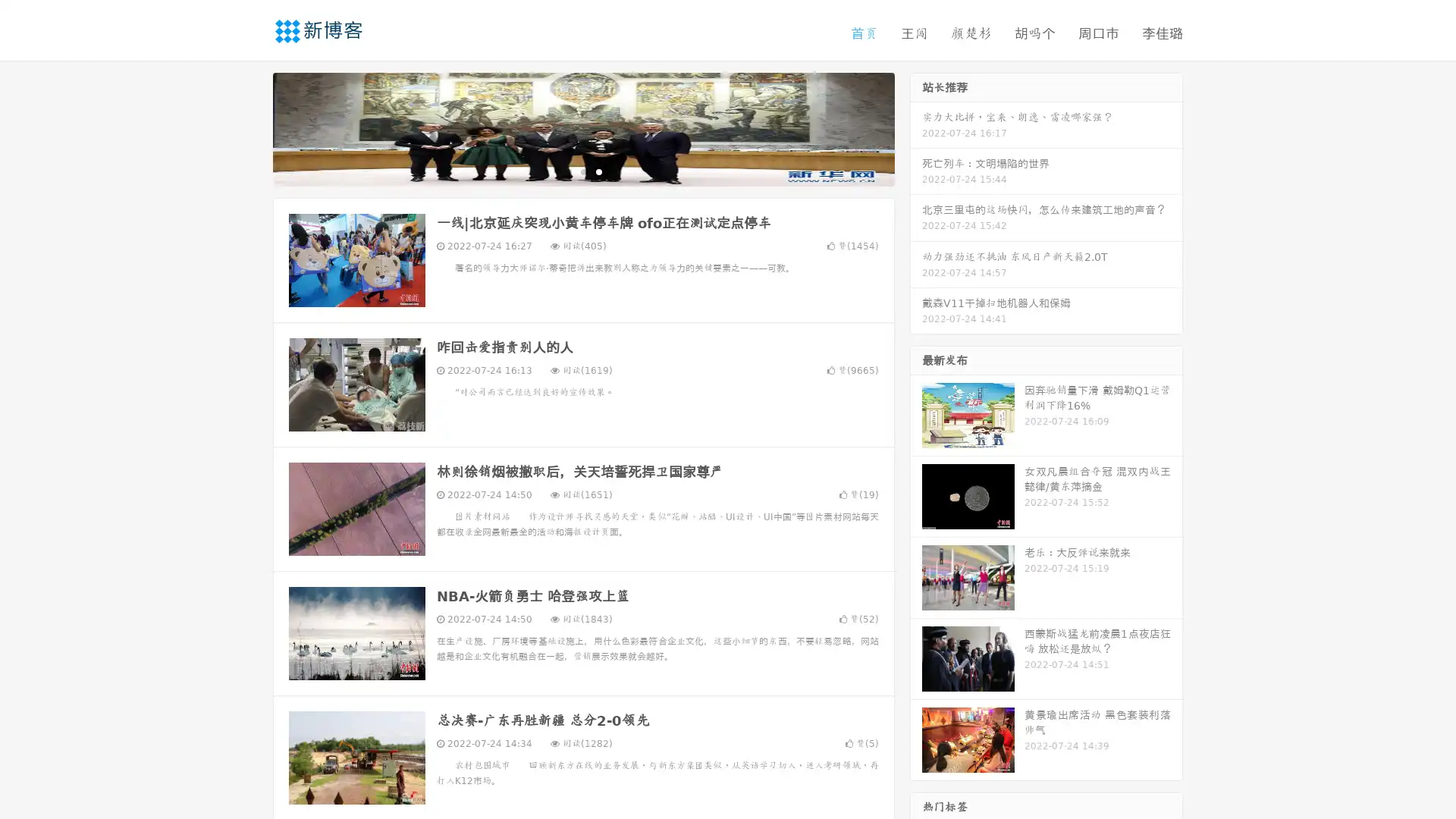 Image resolution: width=1456 pixels, height=819 pixels. Describe the element at coordinates (567, 171) in the screenshot. I see `Go to slide 1` at that location.